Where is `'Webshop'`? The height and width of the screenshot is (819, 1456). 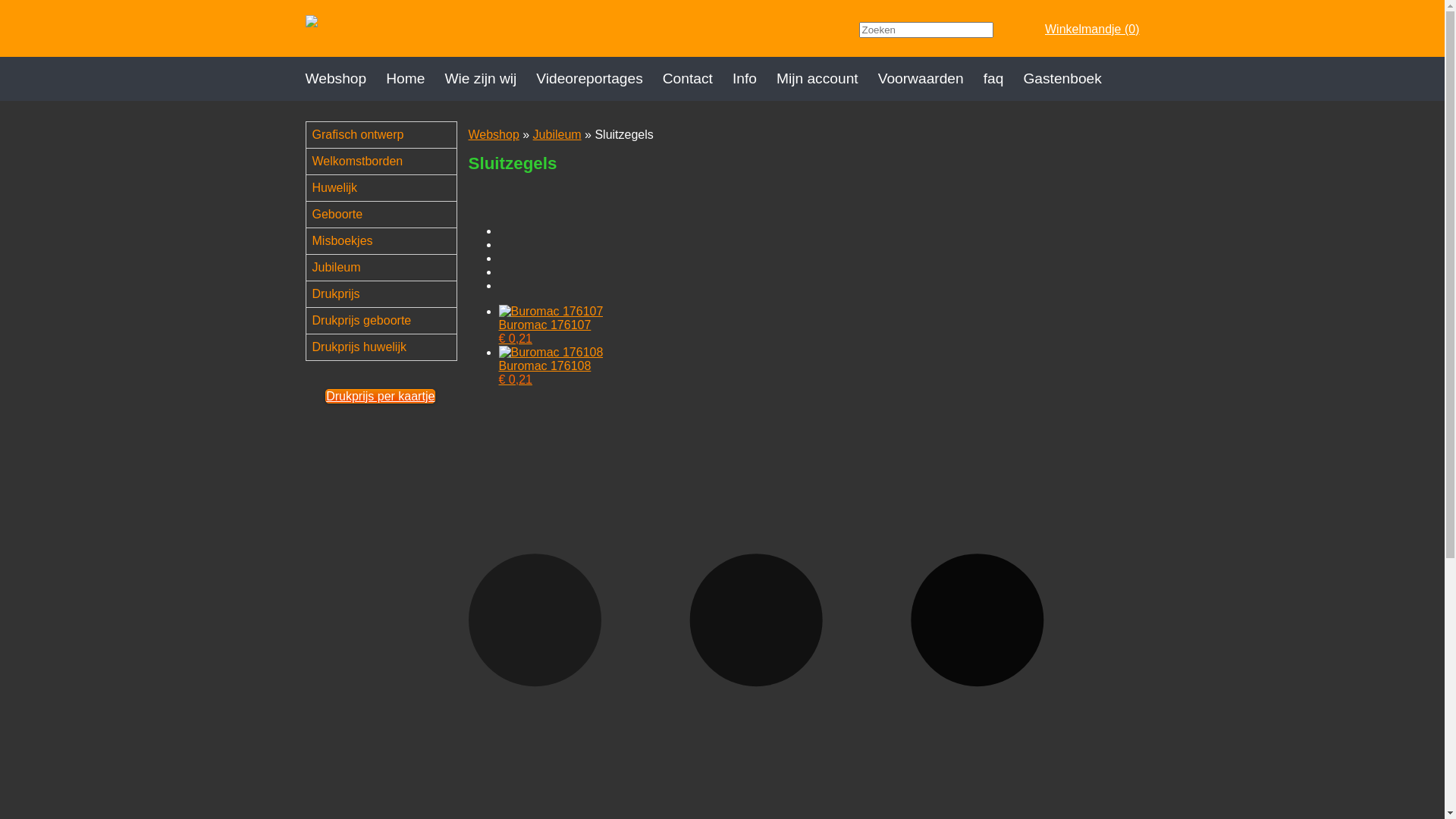
'Webshop' is located at coordinates (344, 79).